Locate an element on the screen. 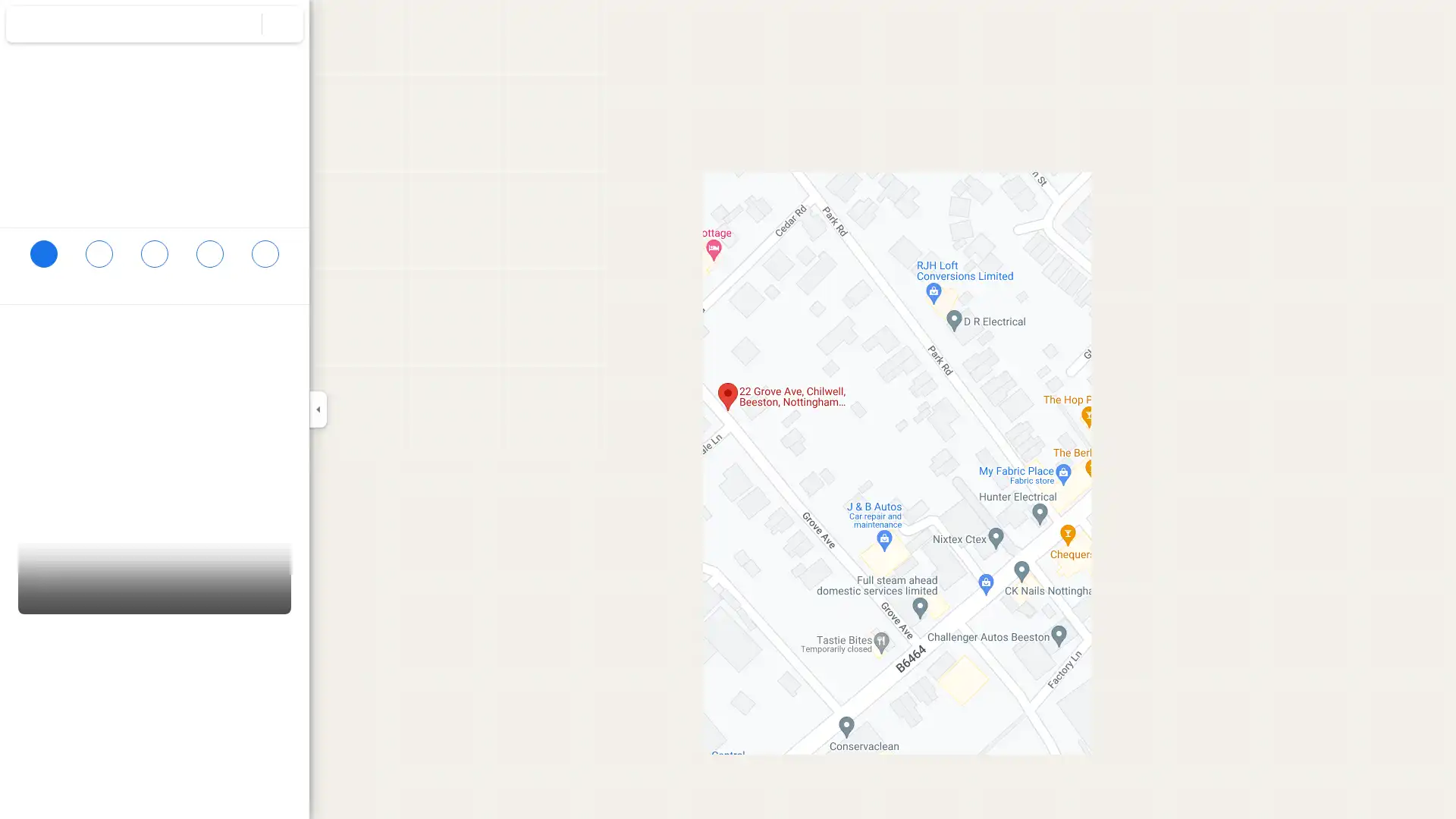 This screenshot has width=1456, height=819. Search is located at coordinates (240, 24).